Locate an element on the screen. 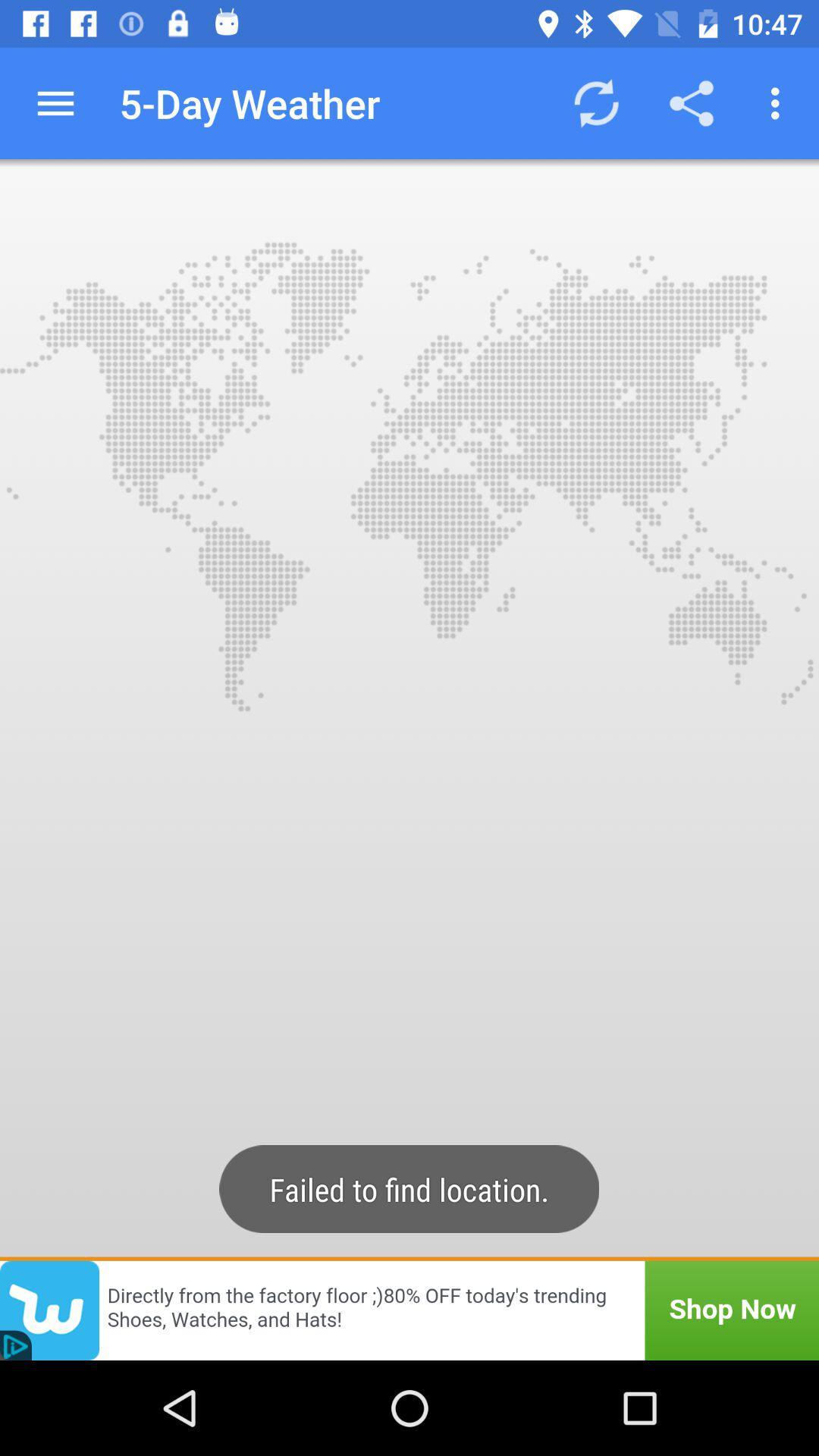  the item to the right of the 5-day weather is located at coordinates (595, 102).